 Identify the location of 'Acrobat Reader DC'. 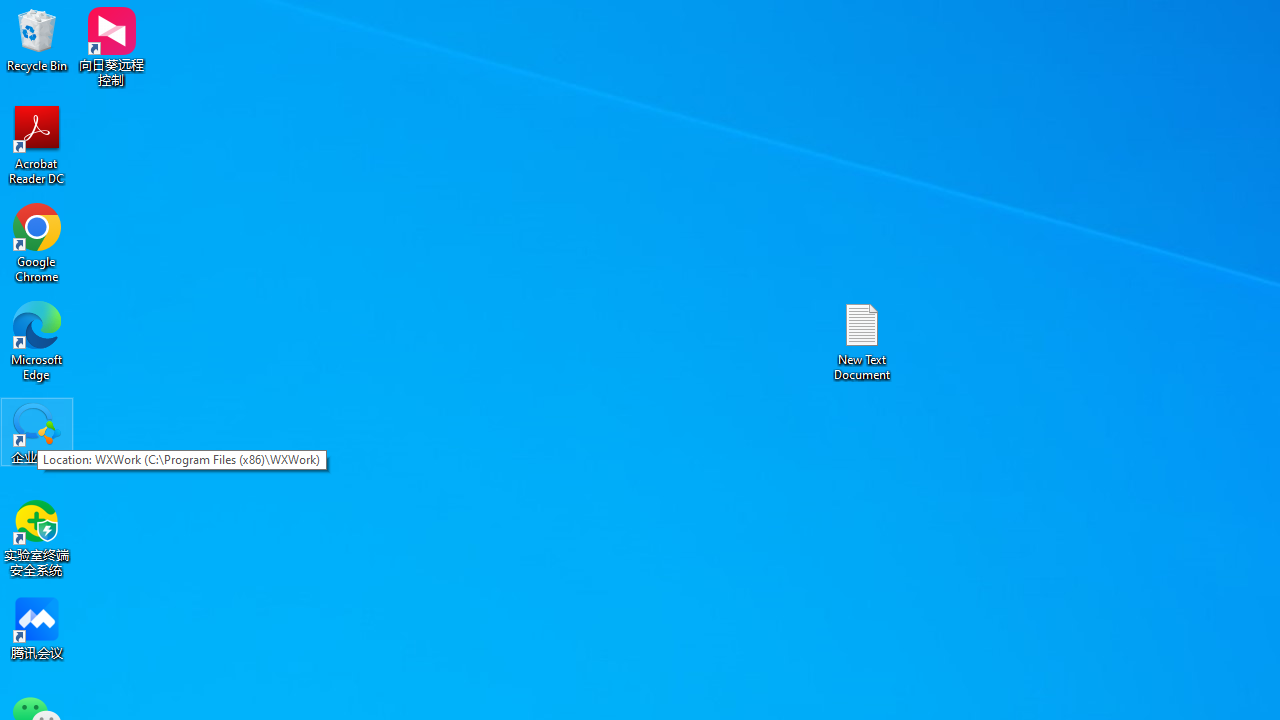
(37, 144).